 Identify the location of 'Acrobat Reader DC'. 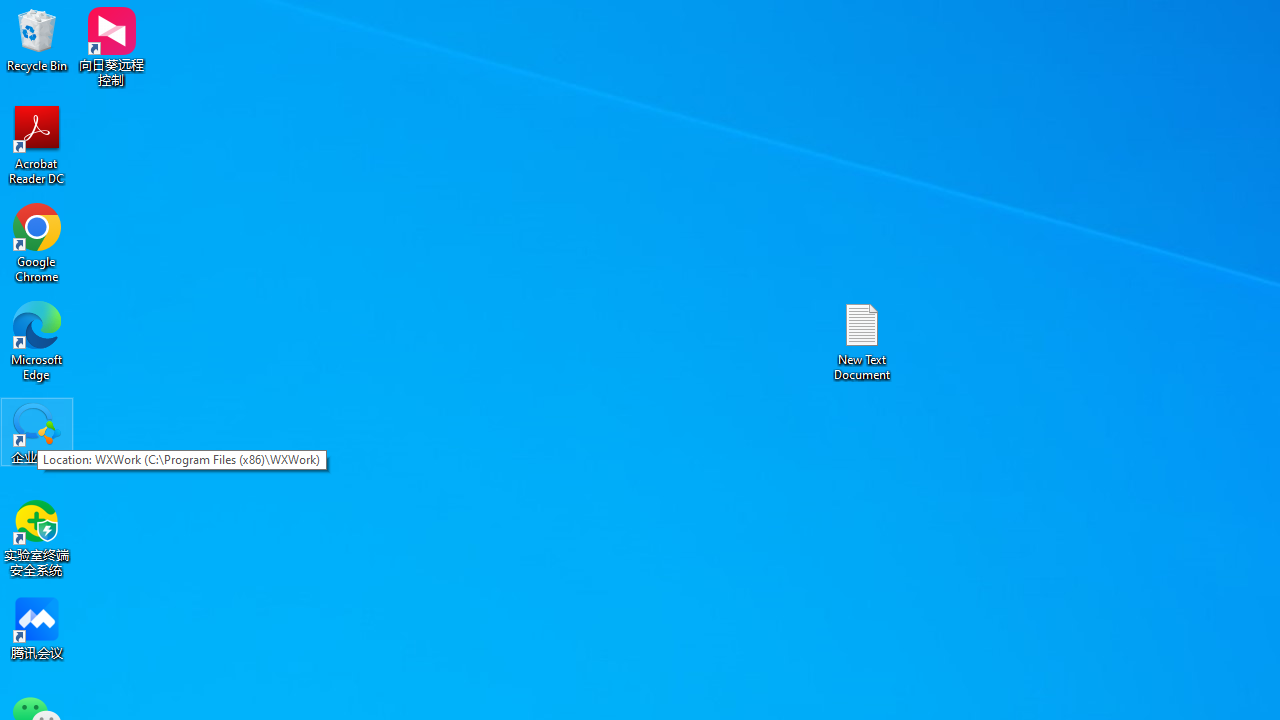
(37, 144).